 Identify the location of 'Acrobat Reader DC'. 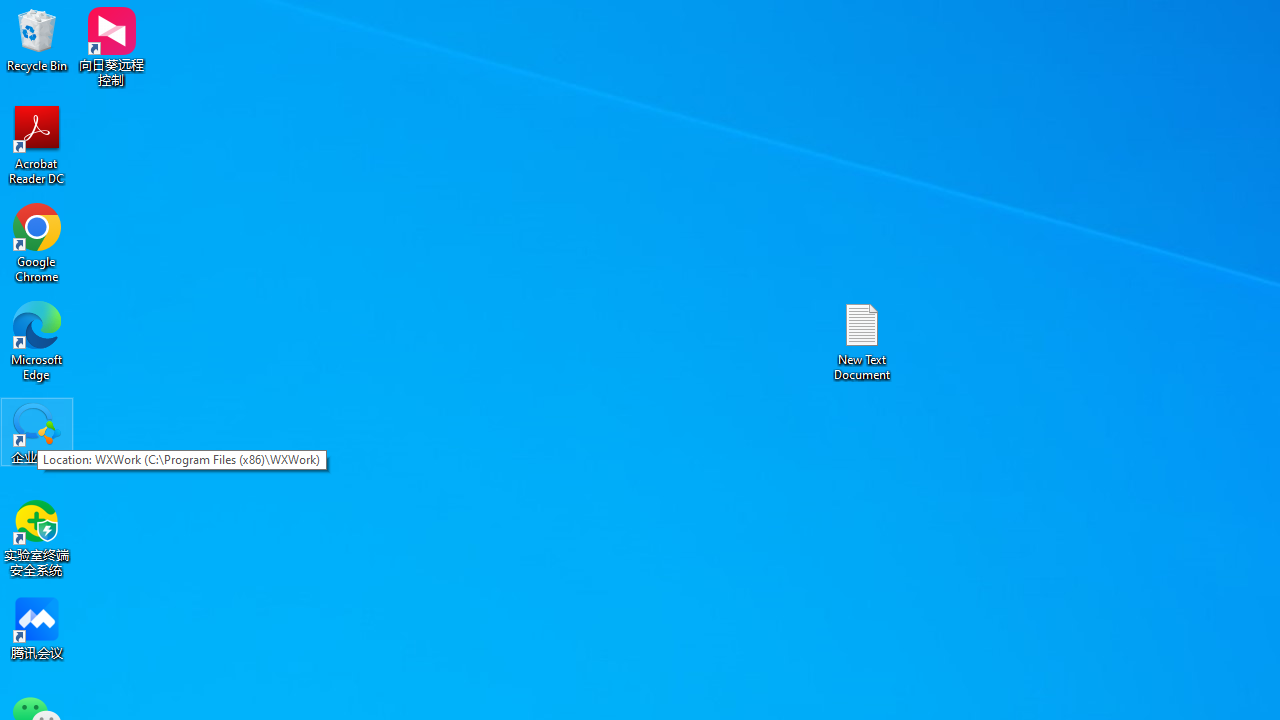
(37, 144).